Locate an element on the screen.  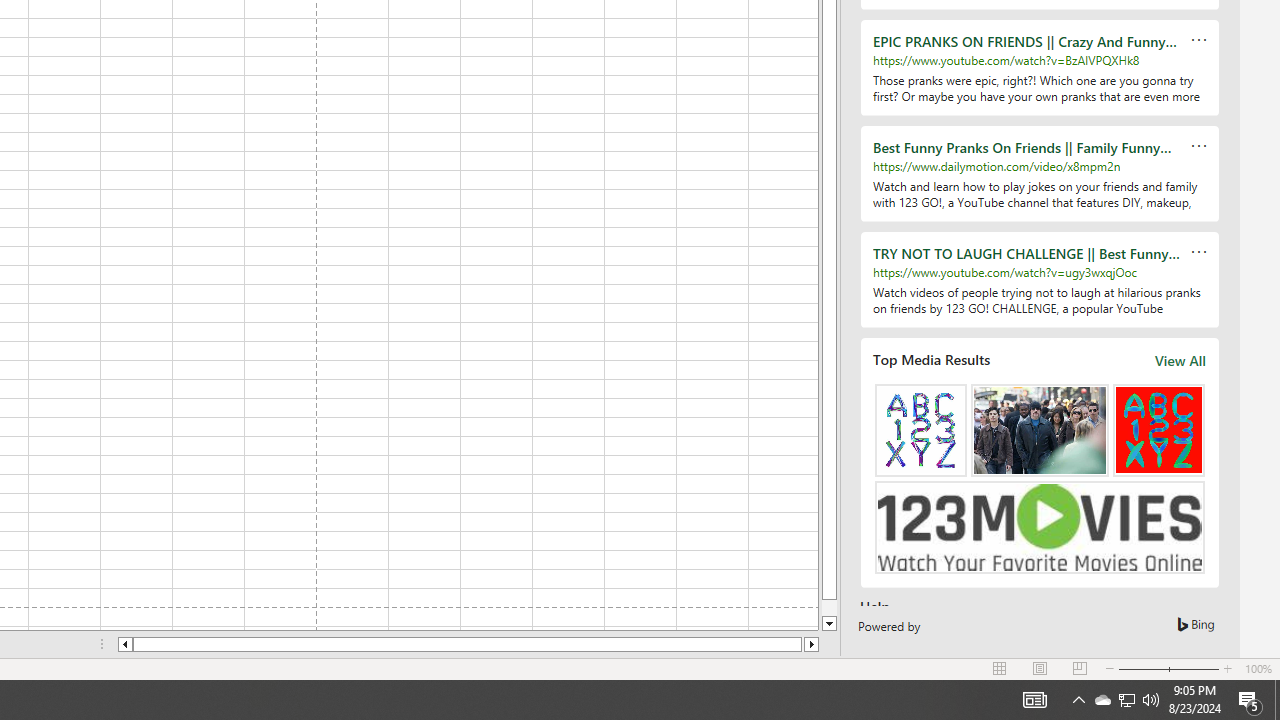
'Zoom' is located at coordinates (1168, 669).